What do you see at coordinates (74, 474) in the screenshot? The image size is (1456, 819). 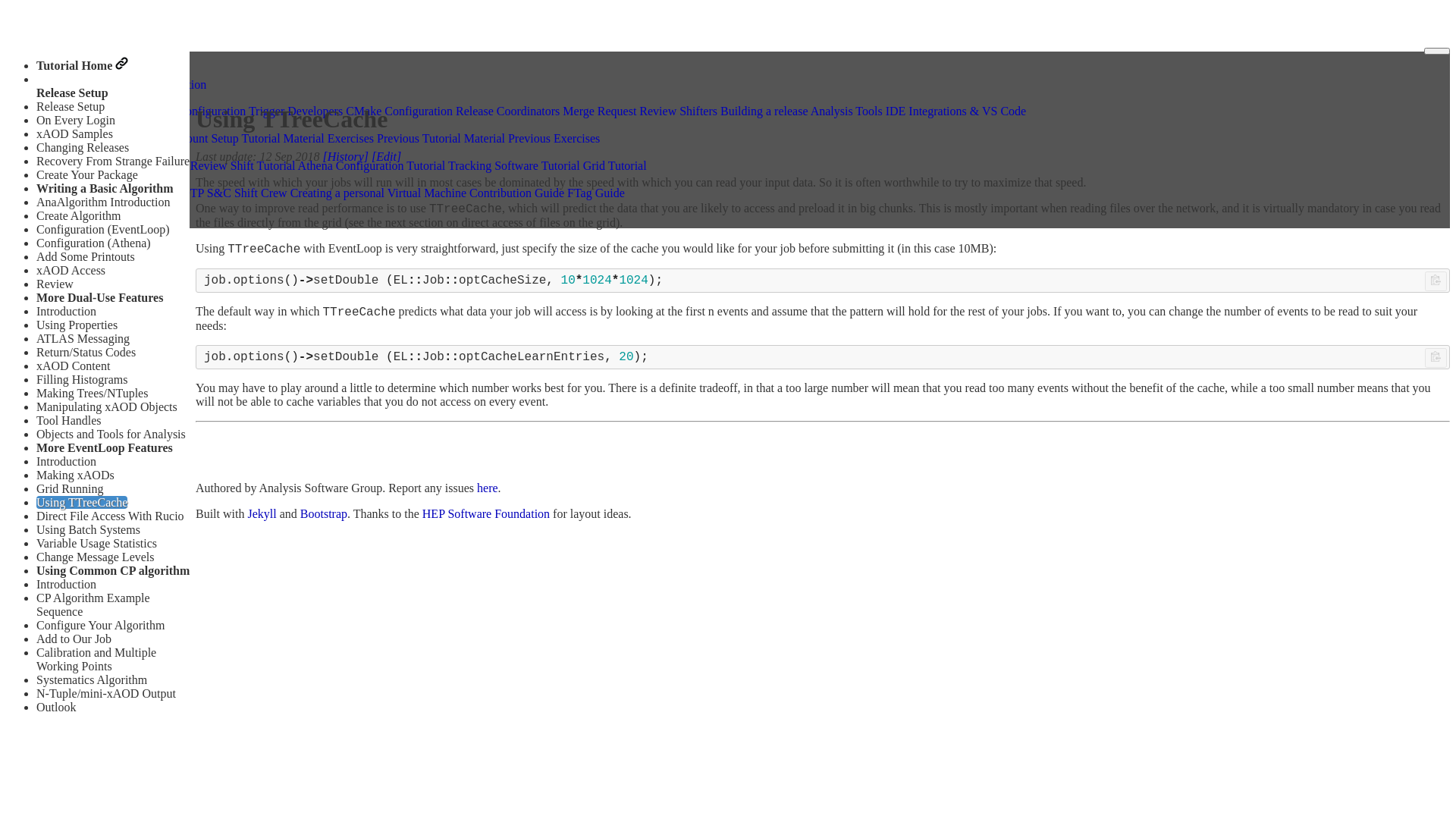 I see `'Making xAODs'` at bounding box center [74, 474].